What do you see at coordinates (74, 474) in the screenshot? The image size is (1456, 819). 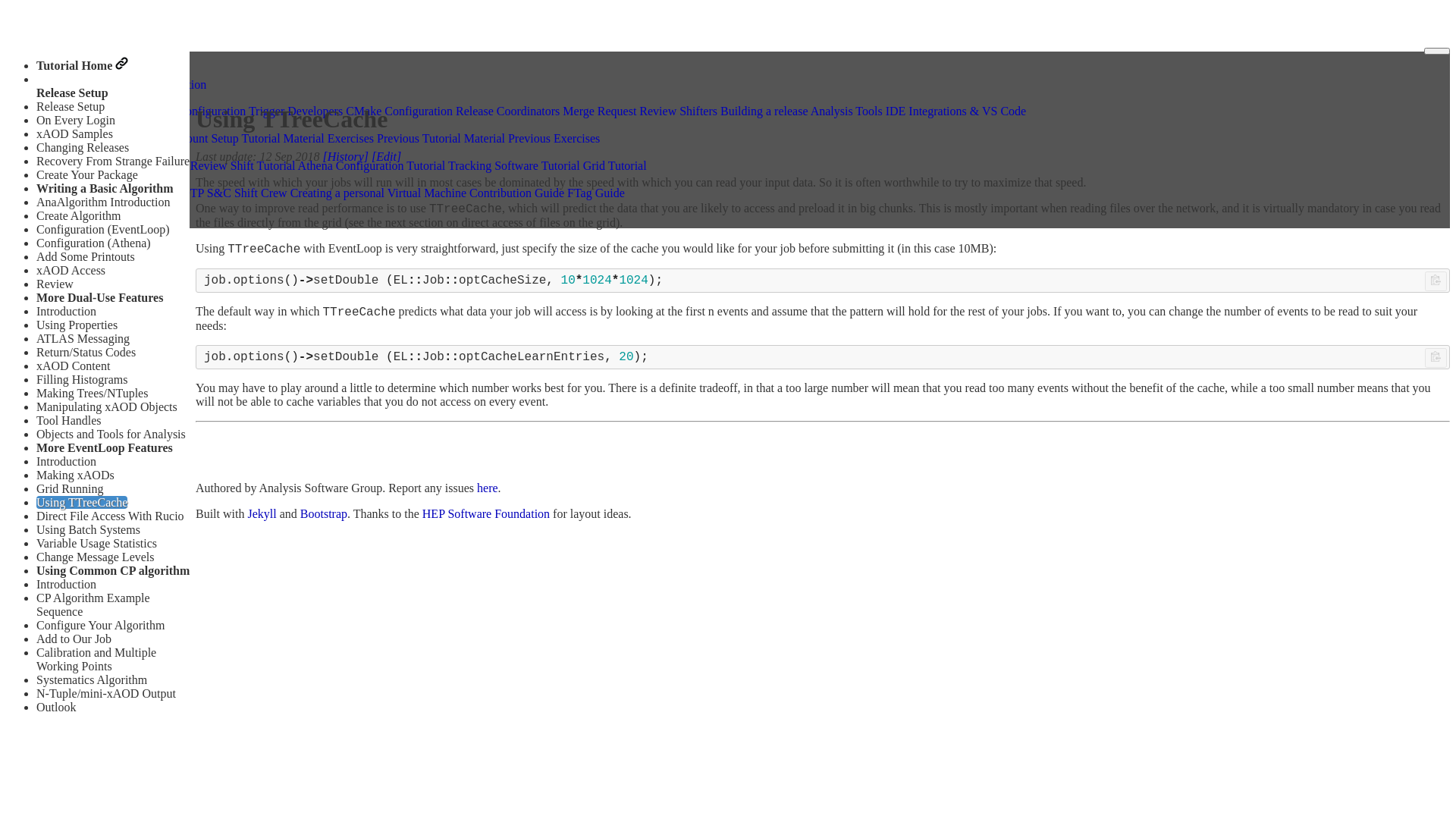 I see `'Making xAODs'` at bounding box center [74, 474].